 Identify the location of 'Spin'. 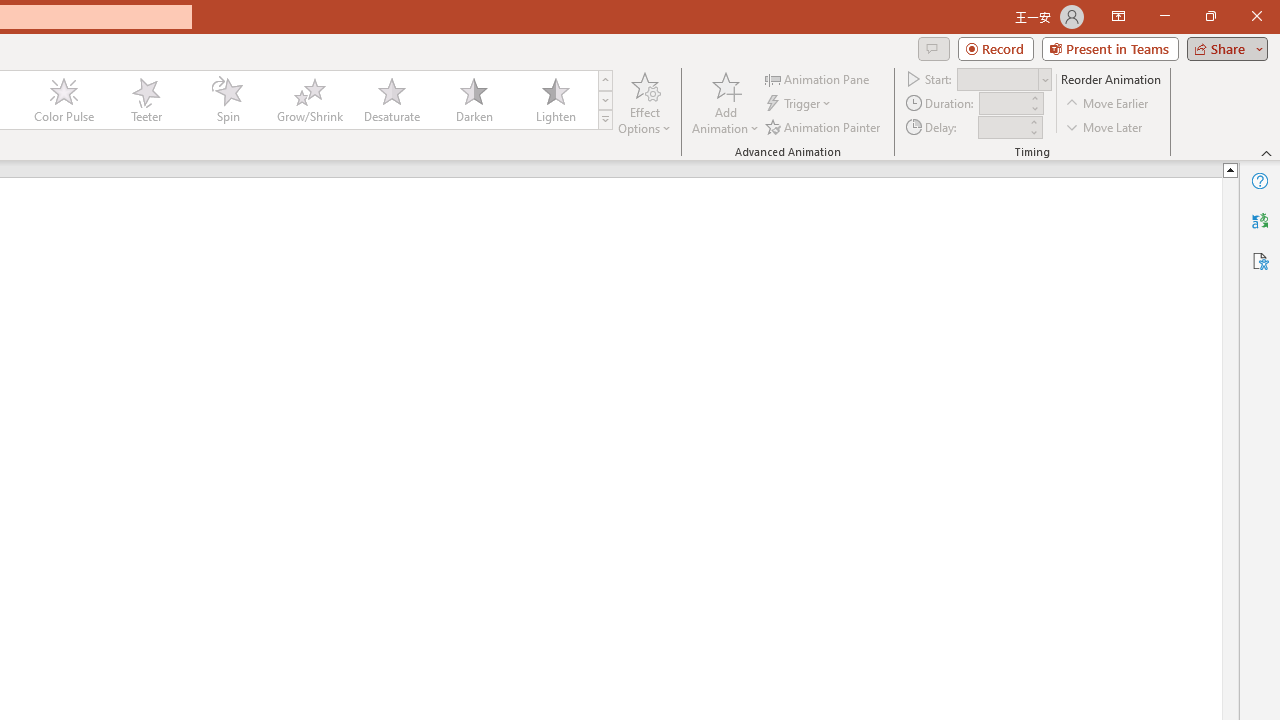
(227, 100).